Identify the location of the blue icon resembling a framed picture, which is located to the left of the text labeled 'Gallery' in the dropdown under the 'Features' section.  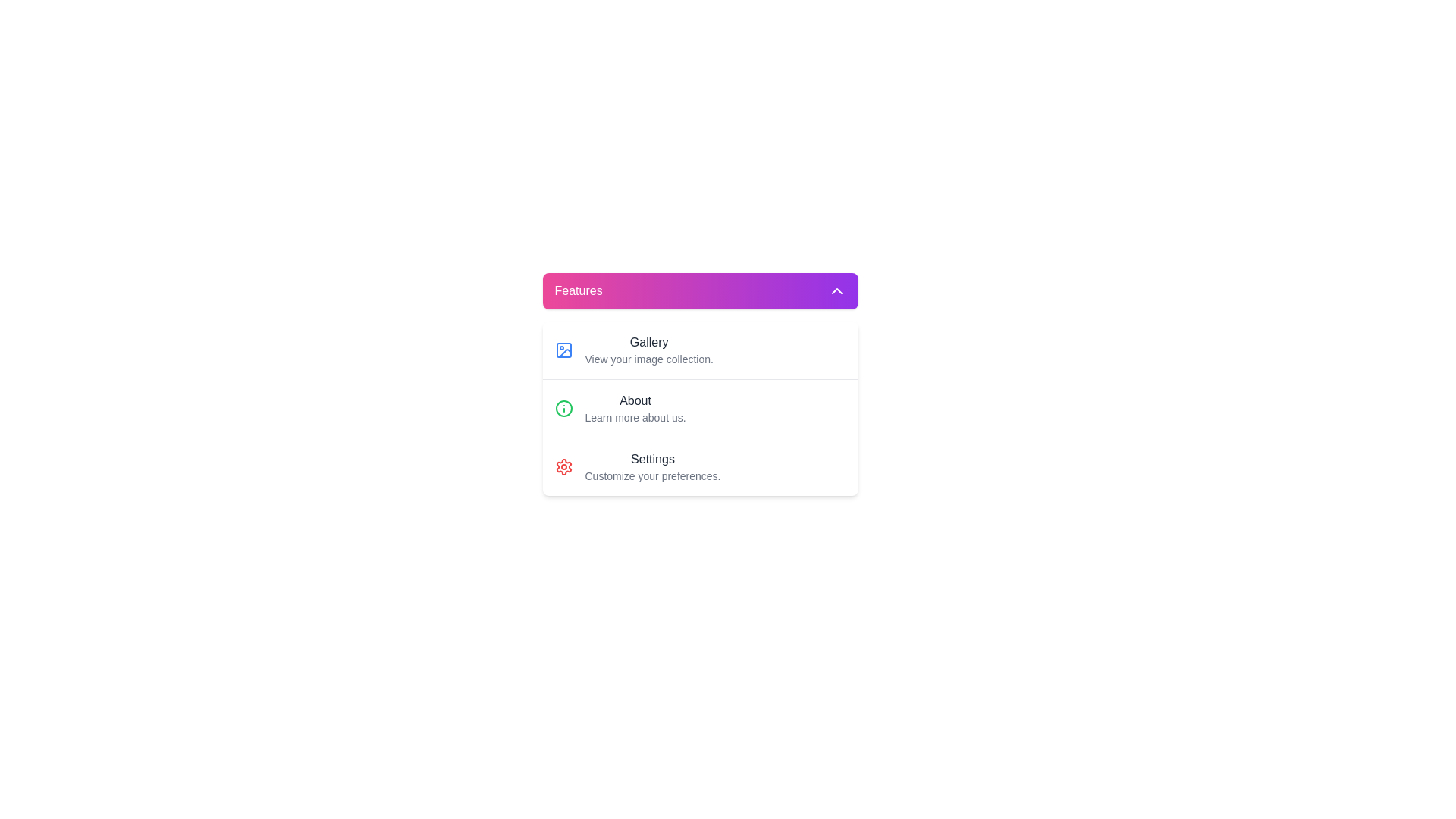
(563, 350).